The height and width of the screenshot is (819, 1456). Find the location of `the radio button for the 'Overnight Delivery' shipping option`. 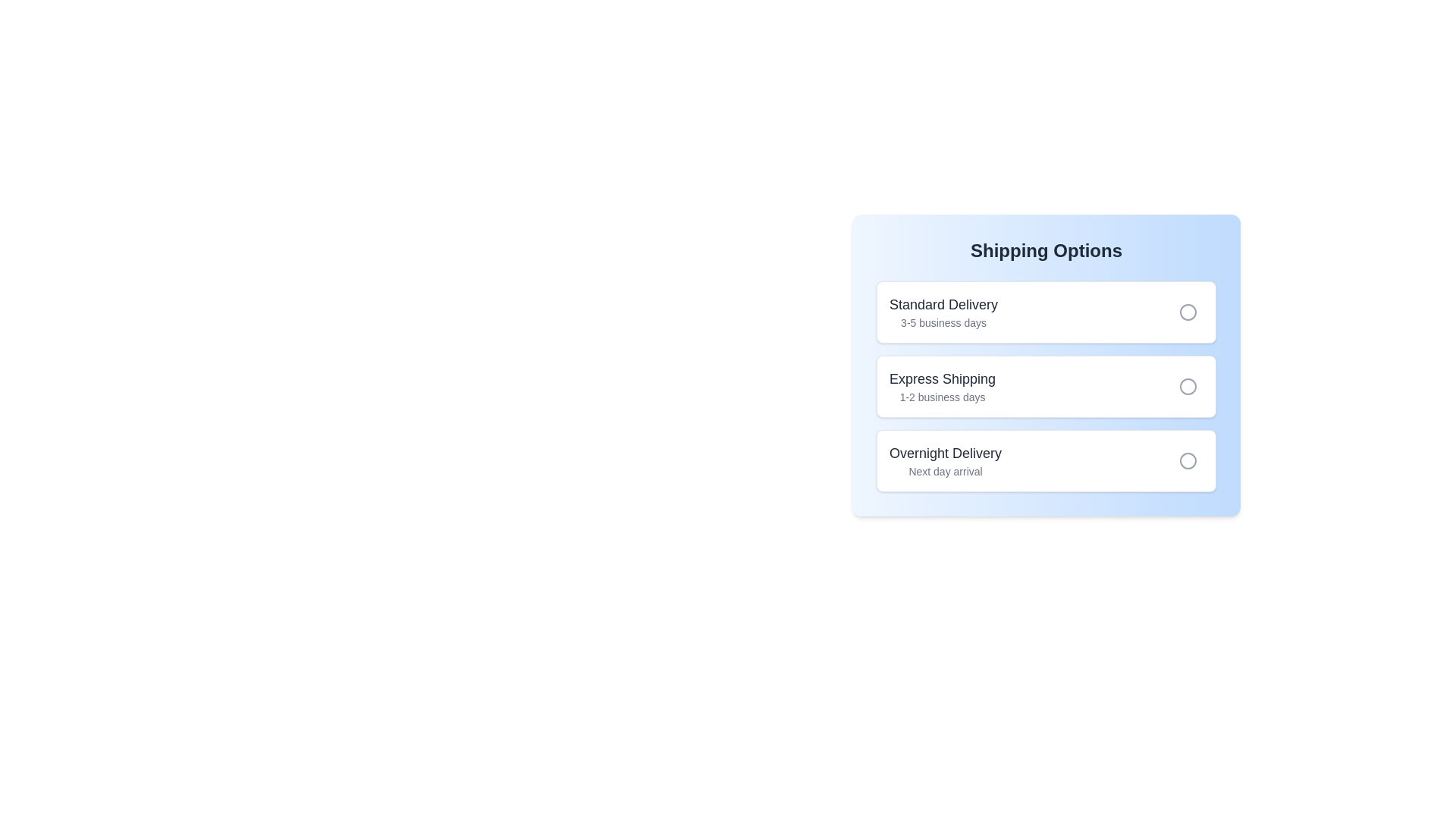

the radio button for the 'Overnight Delivery' shipping option is located at coordinates (1187, 460).